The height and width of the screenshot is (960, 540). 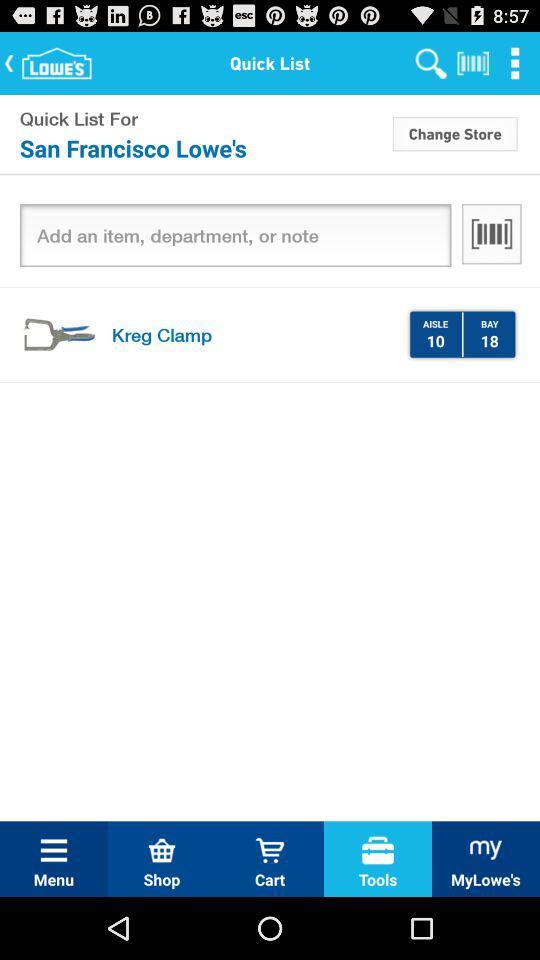 I want to click on 18 item, so click(x=488, y=340).